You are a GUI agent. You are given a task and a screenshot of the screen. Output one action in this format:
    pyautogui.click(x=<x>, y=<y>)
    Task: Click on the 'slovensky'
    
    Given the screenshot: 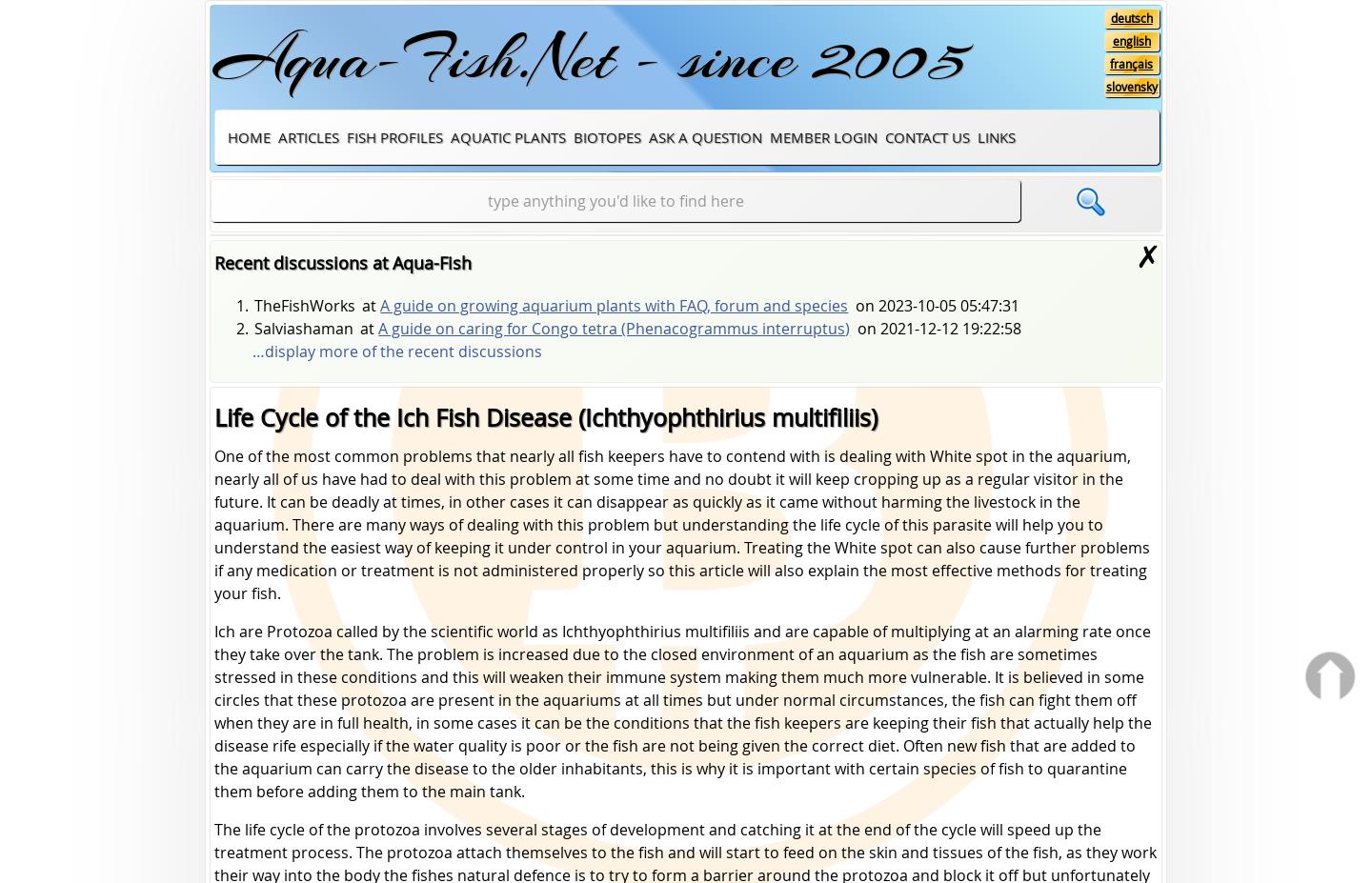 What is the action you would take?
    pyautogui.click(x=1105, y=85)
    